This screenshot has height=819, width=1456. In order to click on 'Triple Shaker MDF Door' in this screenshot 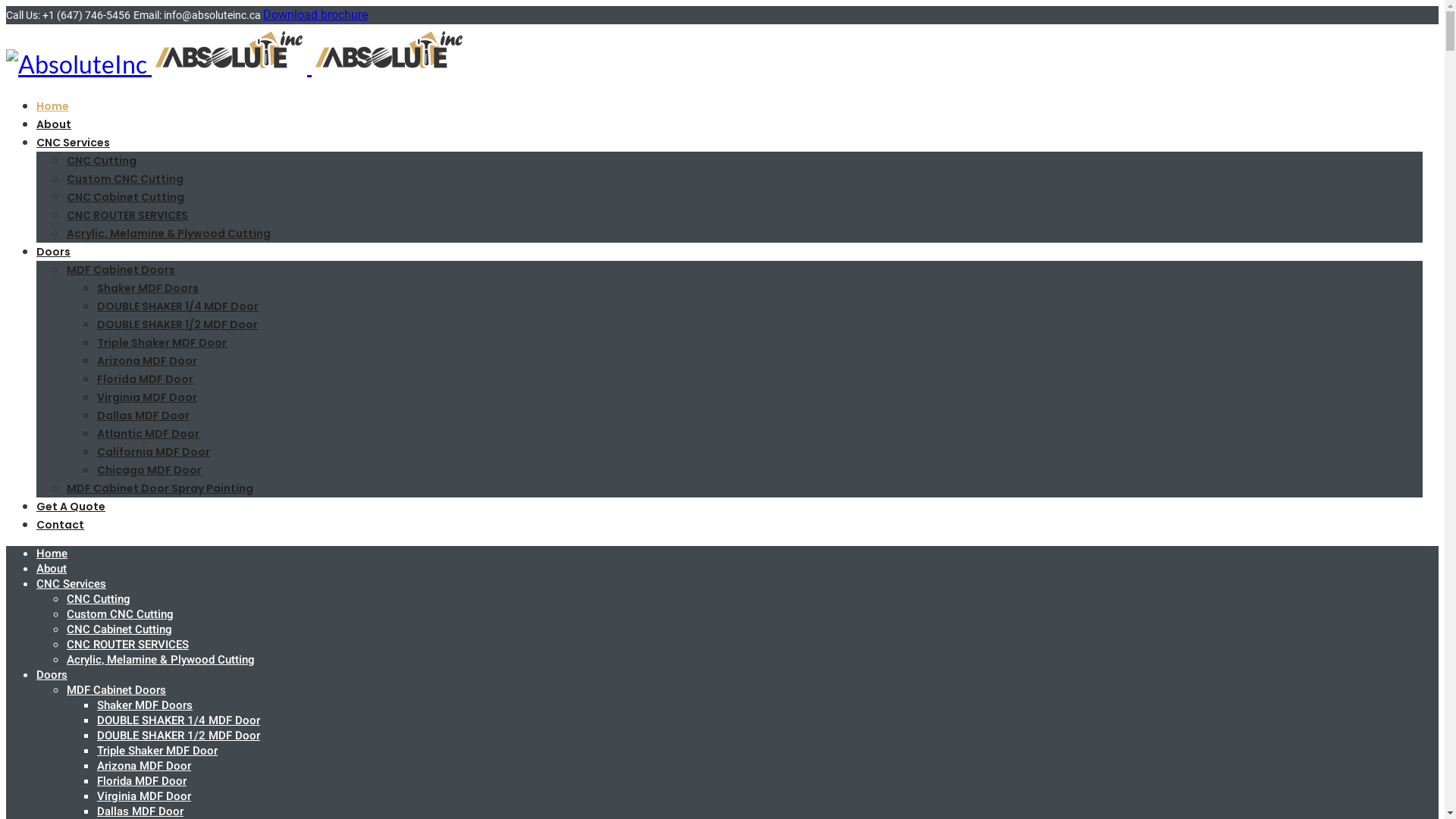, I will do `click(162, 342)`.